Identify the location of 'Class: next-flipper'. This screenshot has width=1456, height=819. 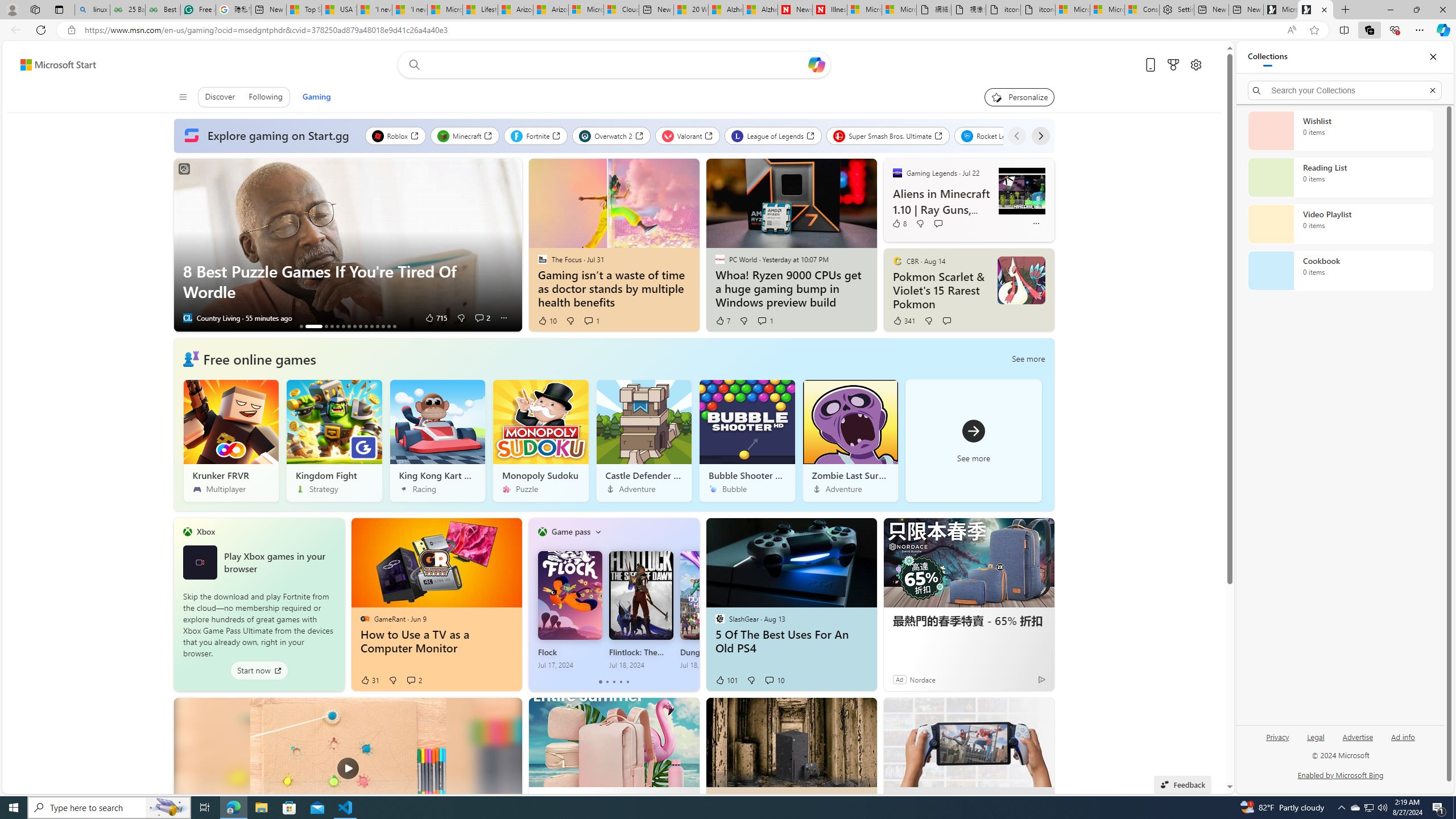
(693, 603).